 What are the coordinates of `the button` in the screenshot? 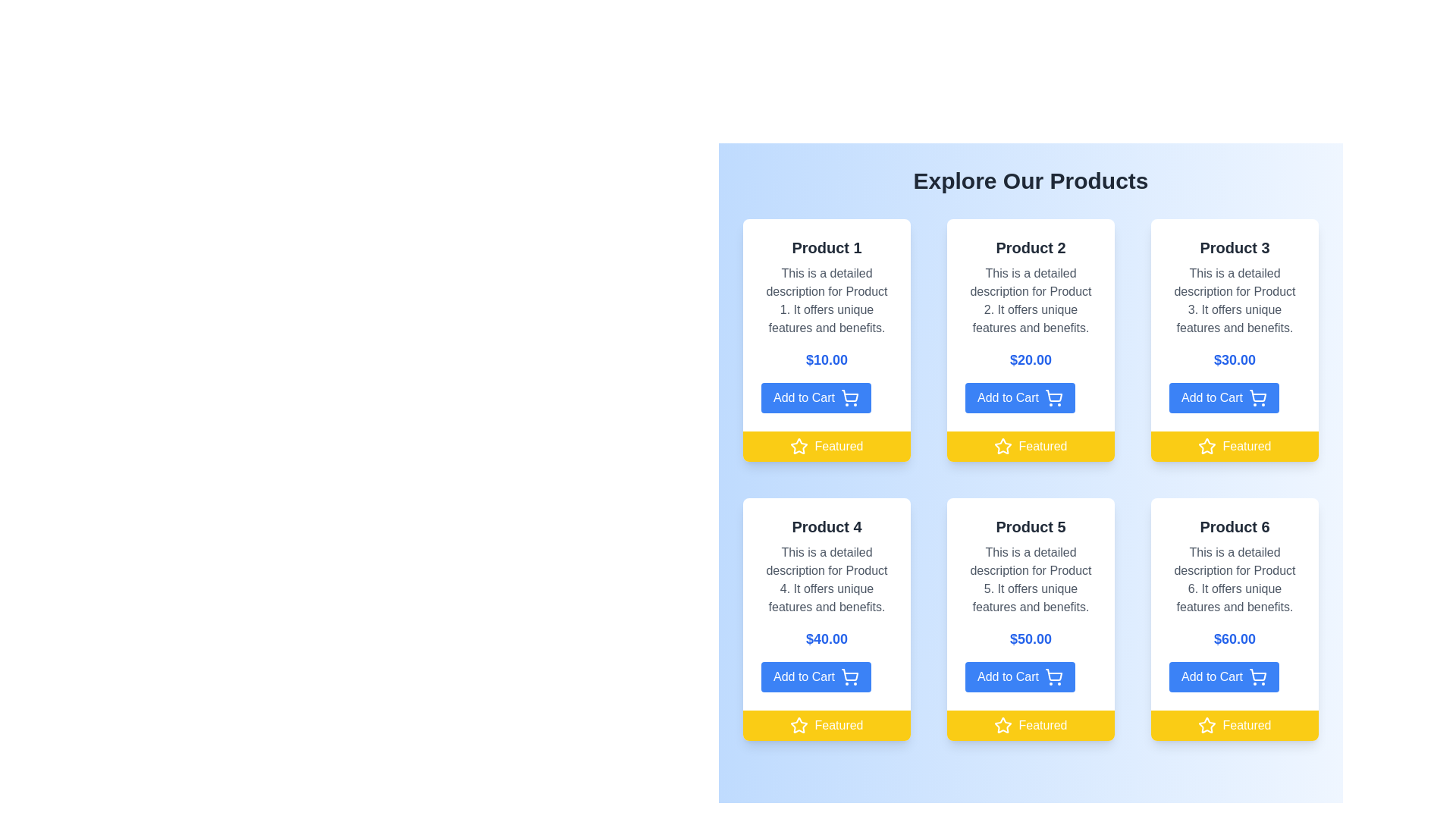 It's located at (815, 397).